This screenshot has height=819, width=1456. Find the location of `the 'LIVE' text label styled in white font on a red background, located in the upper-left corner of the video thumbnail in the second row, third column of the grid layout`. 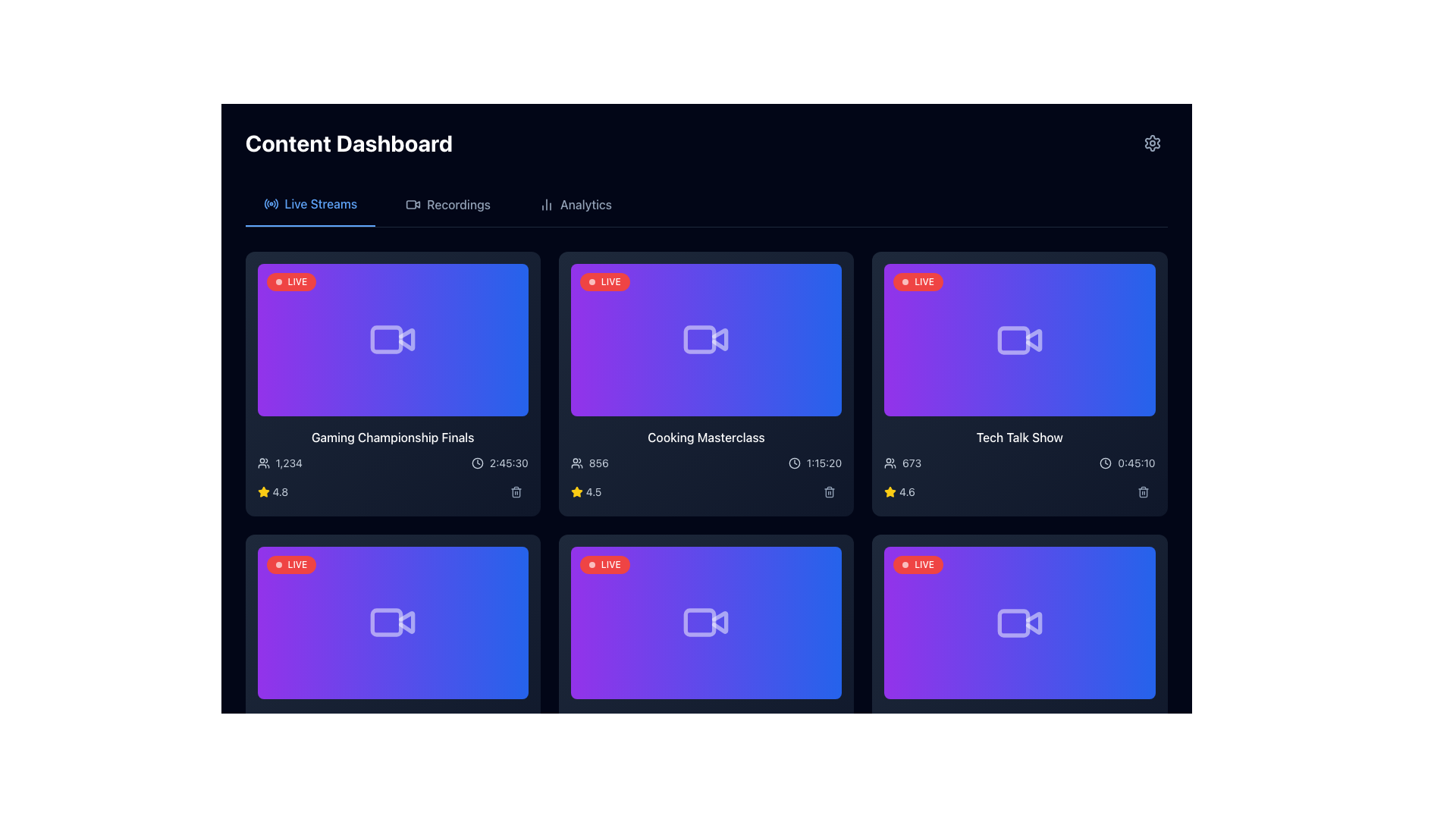

the 'LIVE' text label styled in white font on a red background, located in the upper-left corner of the video thumbnail in the second row, third column of the grid layout is located at coordinates (924, 564).